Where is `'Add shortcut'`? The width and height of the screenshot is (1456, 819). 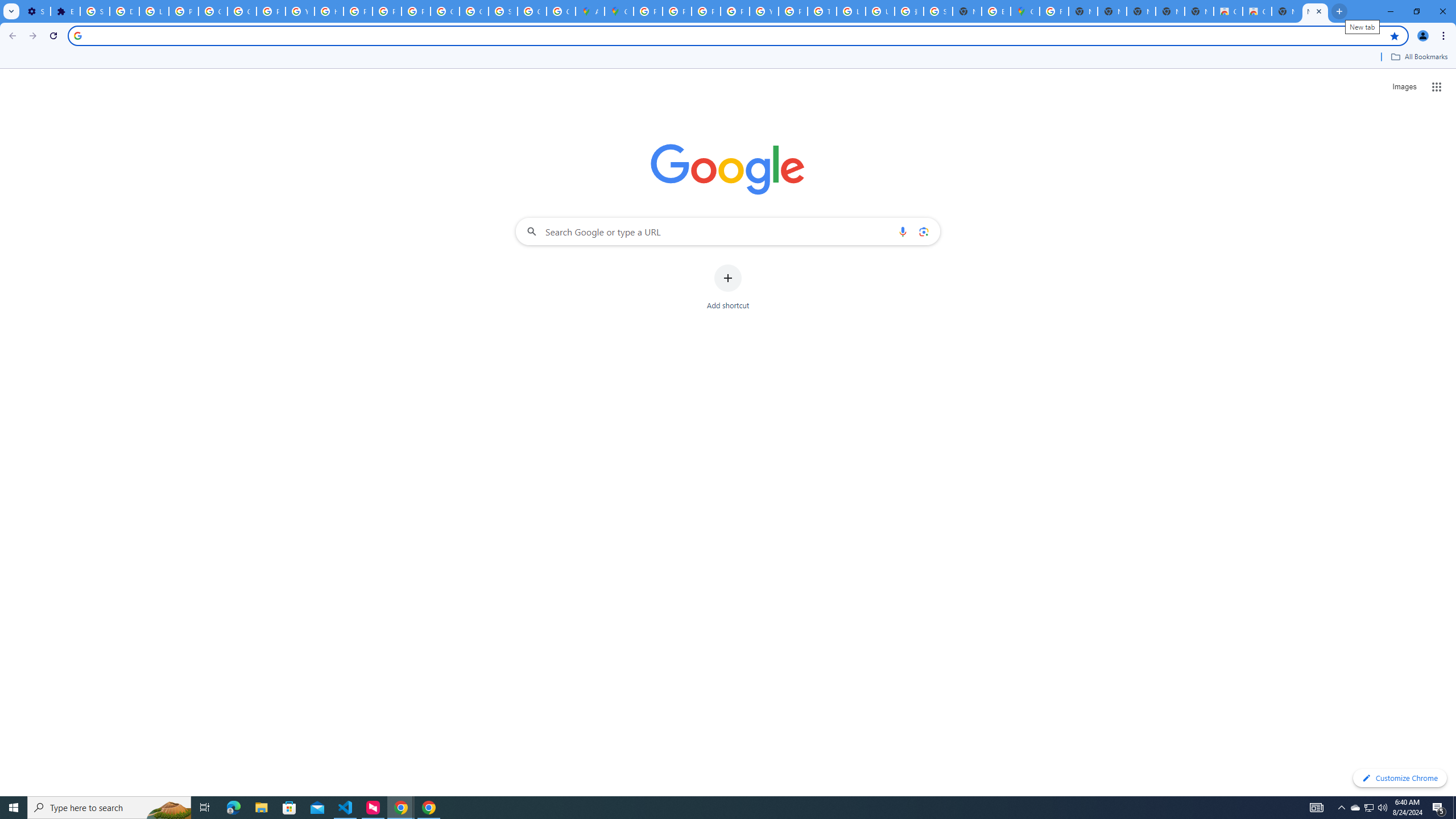
'Add shortcut' is located at coordinates (728, 287).